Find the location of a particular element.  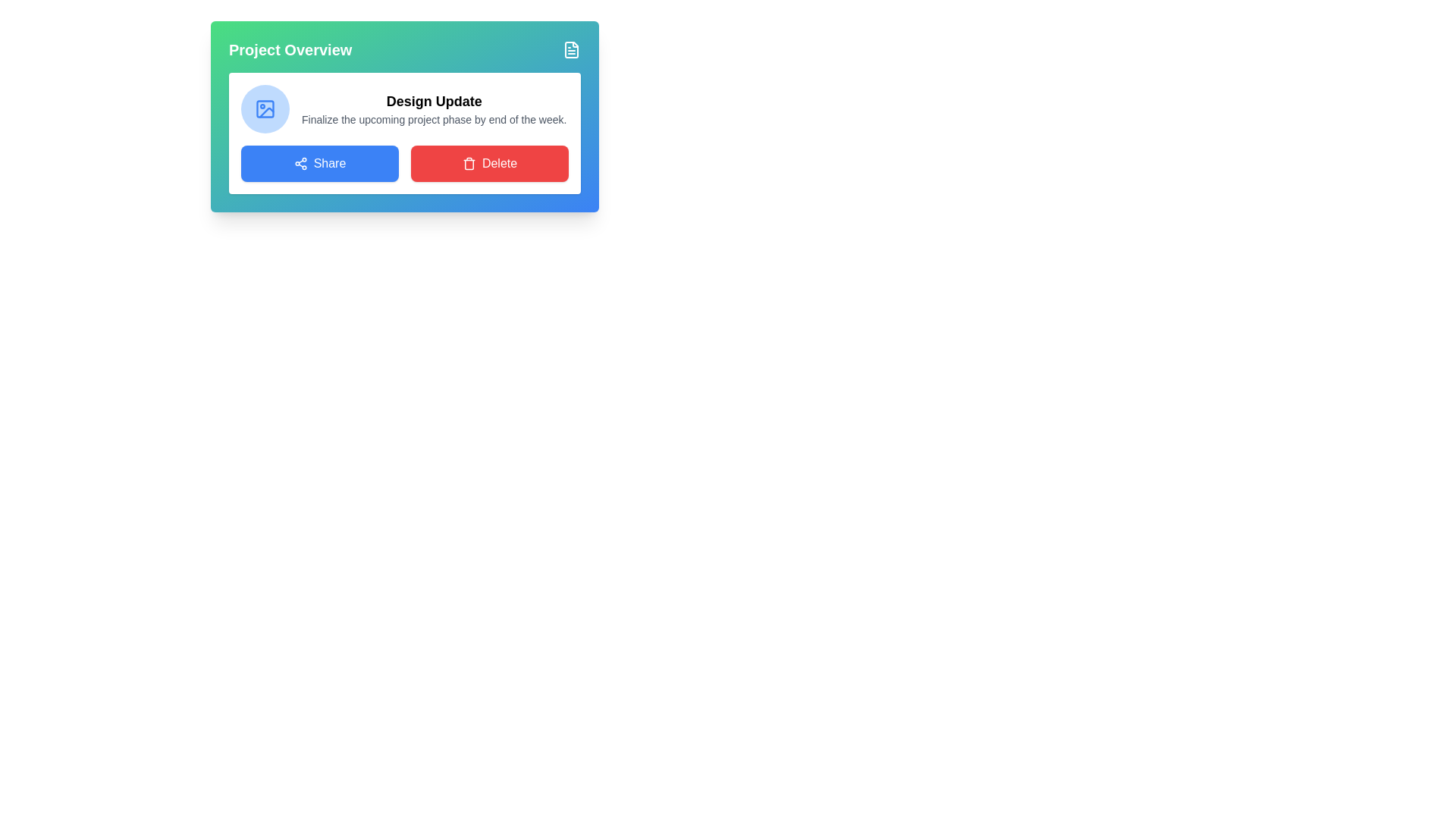

the small red trash bin icon, which is part of the 'Delete' button located at the bottom of the 'Design Update' card is located at coordinates (468, 164).